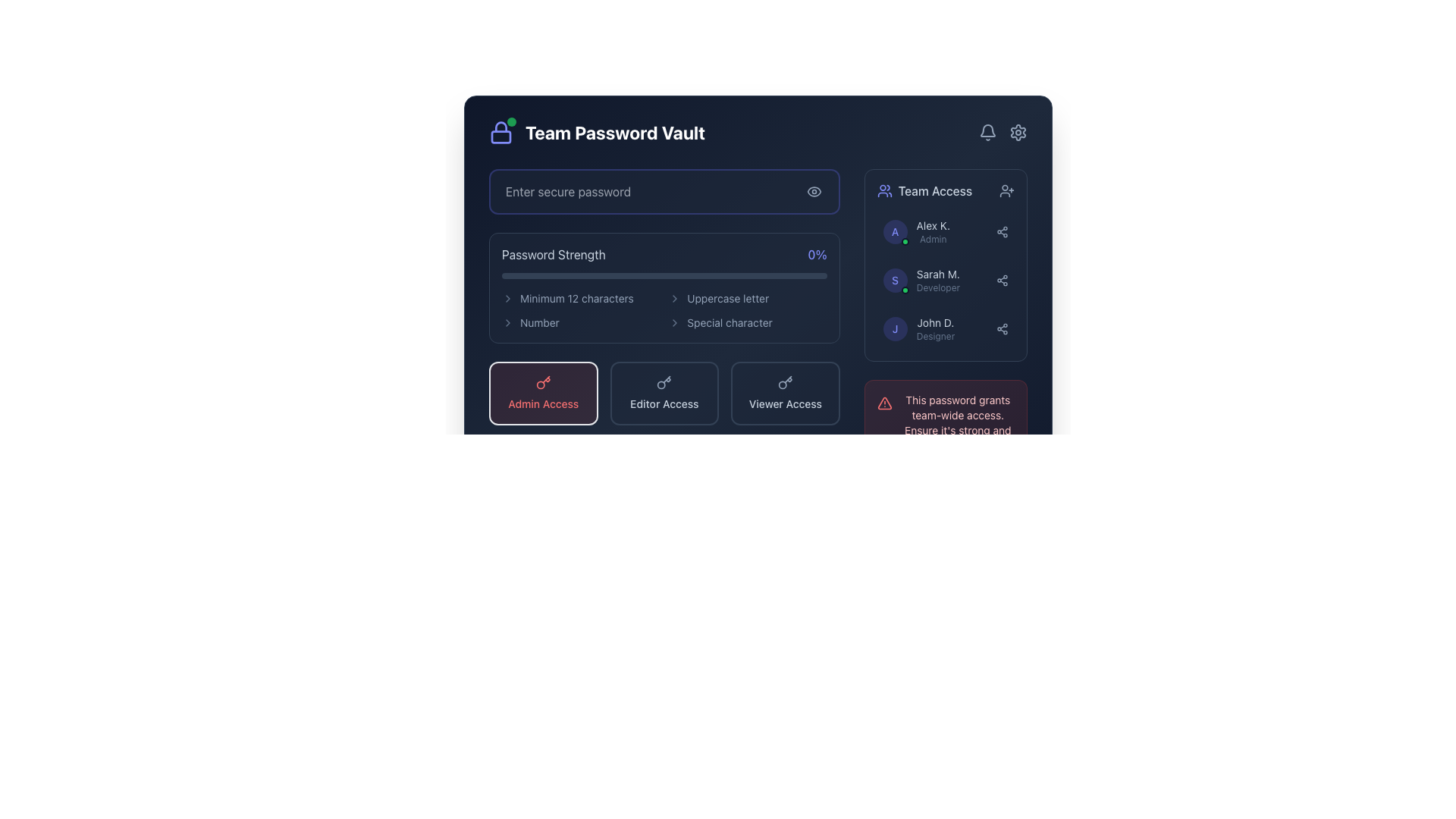 The image size is (1456, 819). I want to click on the static text label displaying 'Number' in light gray font, located in the 'Password Strength' section beside a chevron icon, so click(539, 322).